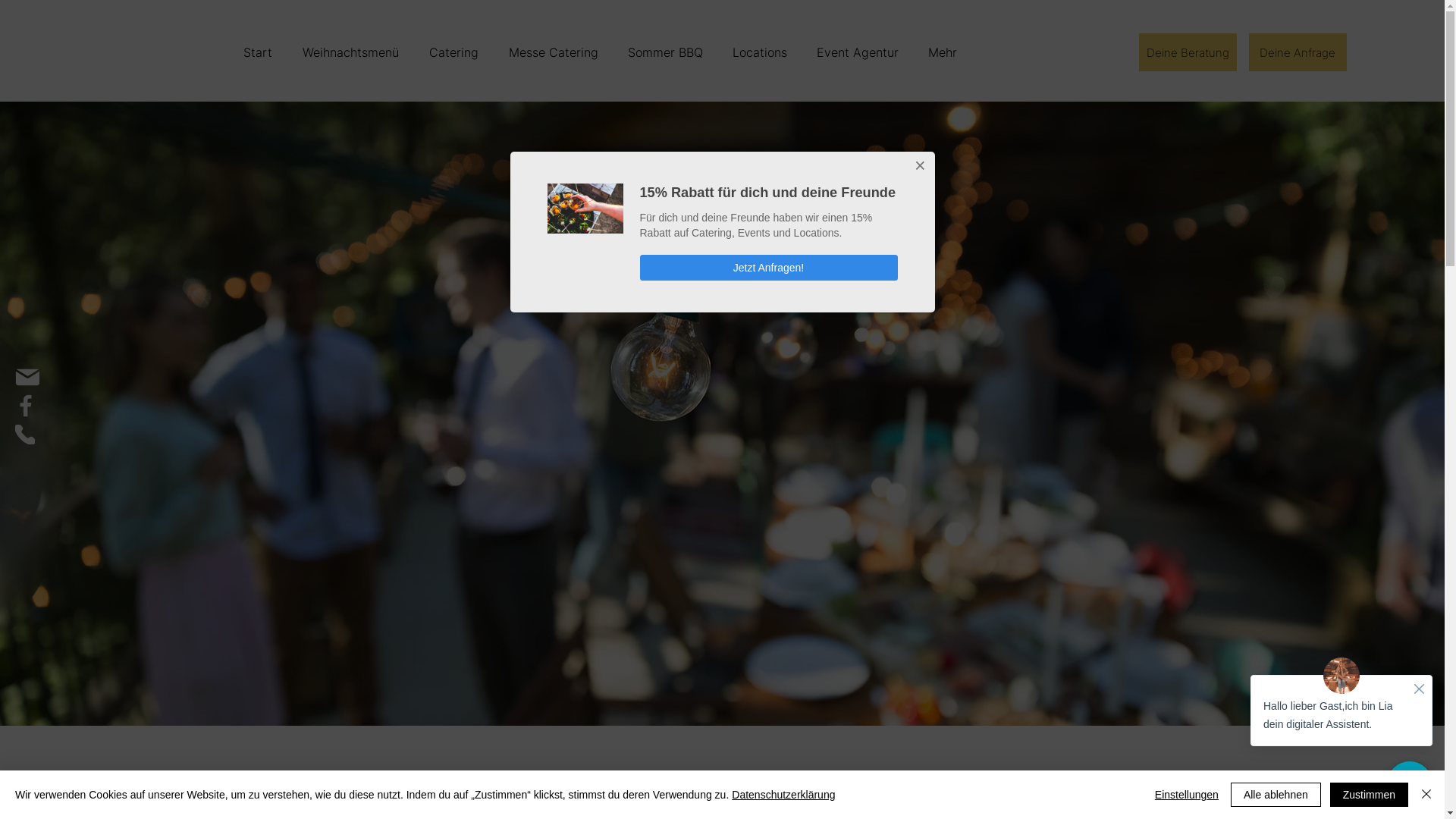 This screenshot has width=1456, height=819. I want to click on 'Start', so click(258, 52).